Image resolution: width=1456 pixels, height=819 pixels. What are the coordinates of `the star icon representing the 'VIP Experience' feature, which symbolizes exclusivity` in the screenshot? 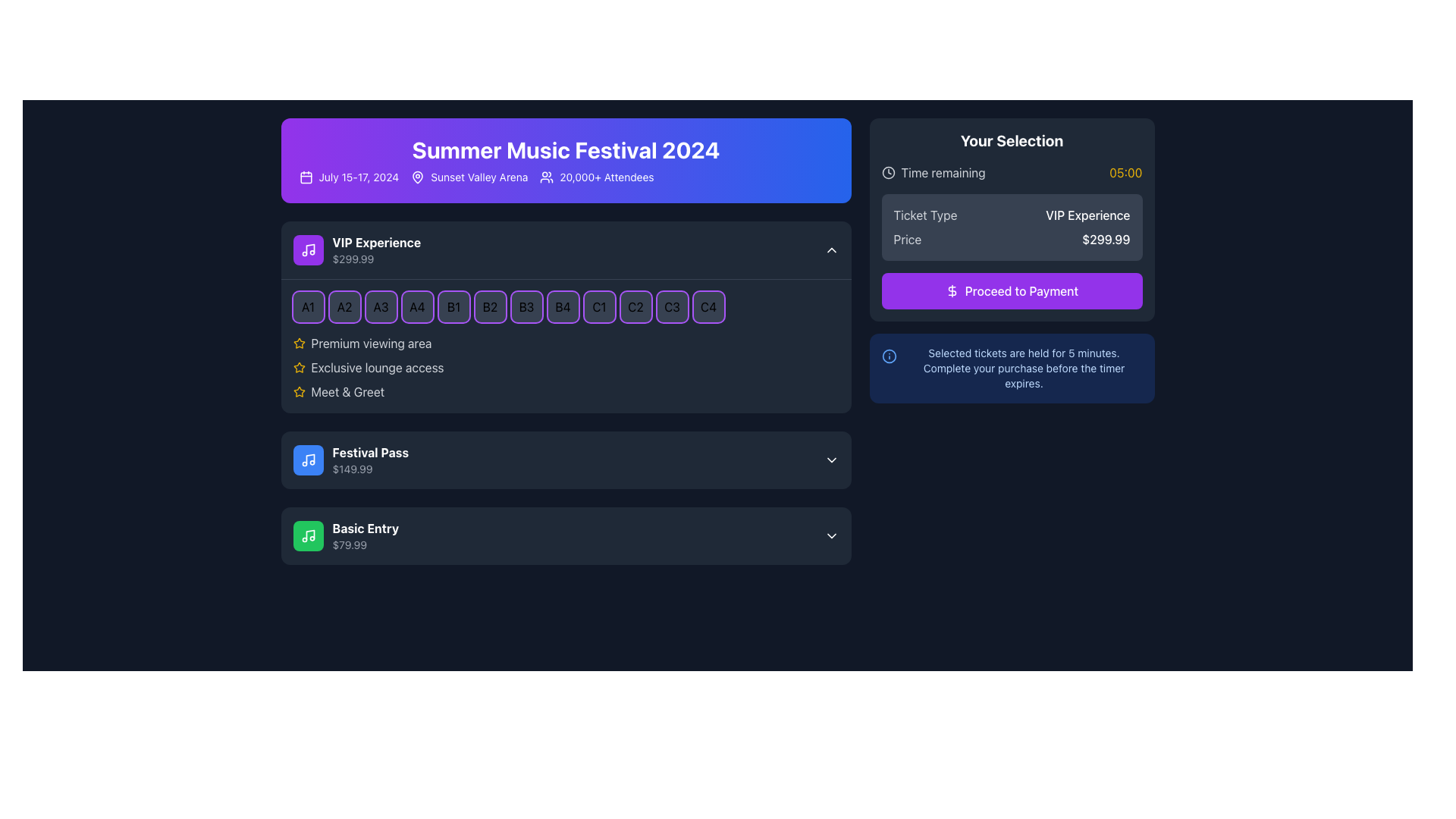 It's located at (299, 343).